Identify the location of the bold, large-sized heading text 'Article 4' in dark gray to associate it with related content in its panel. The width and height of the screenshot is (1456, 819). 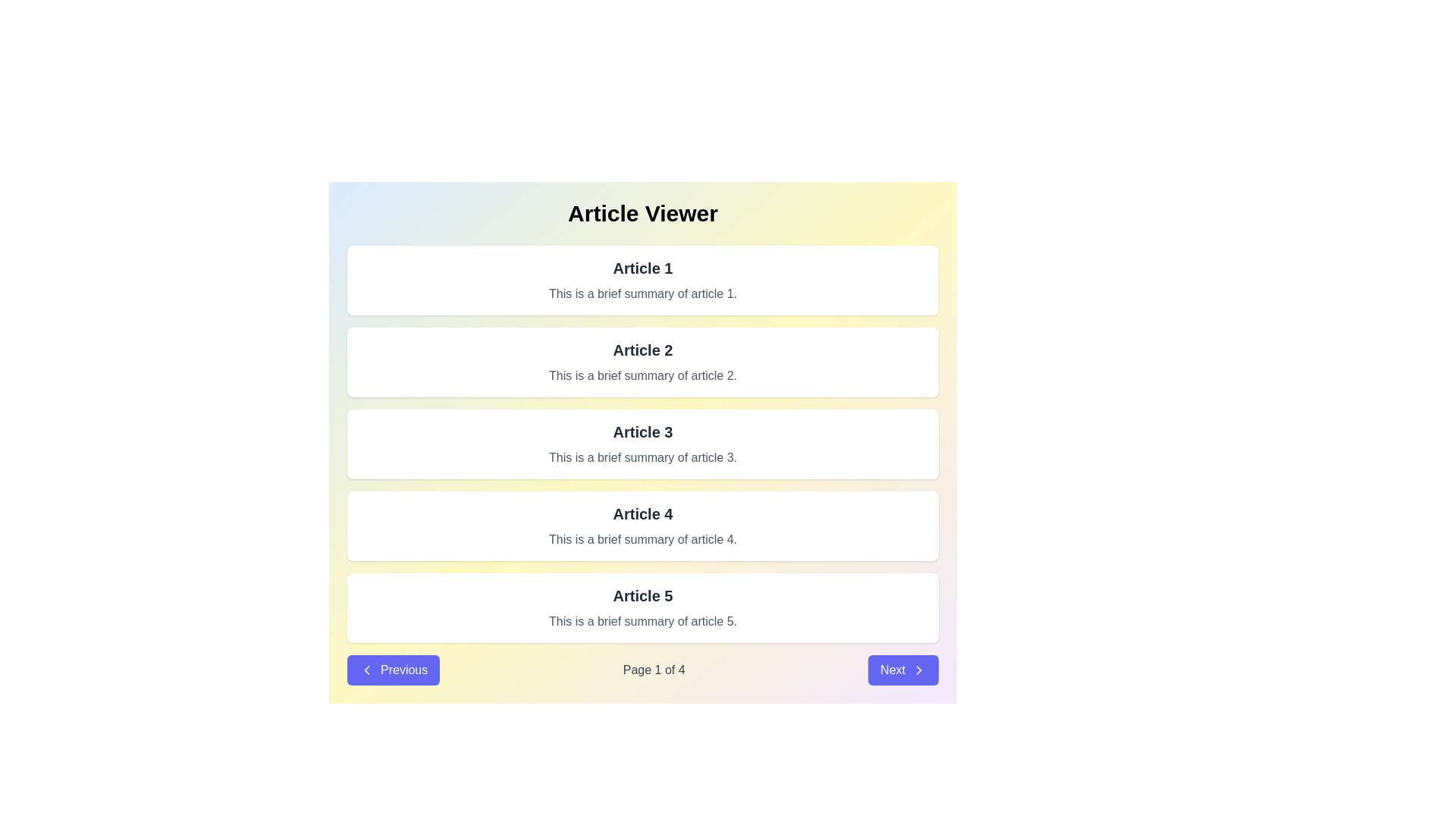
(643, 513).